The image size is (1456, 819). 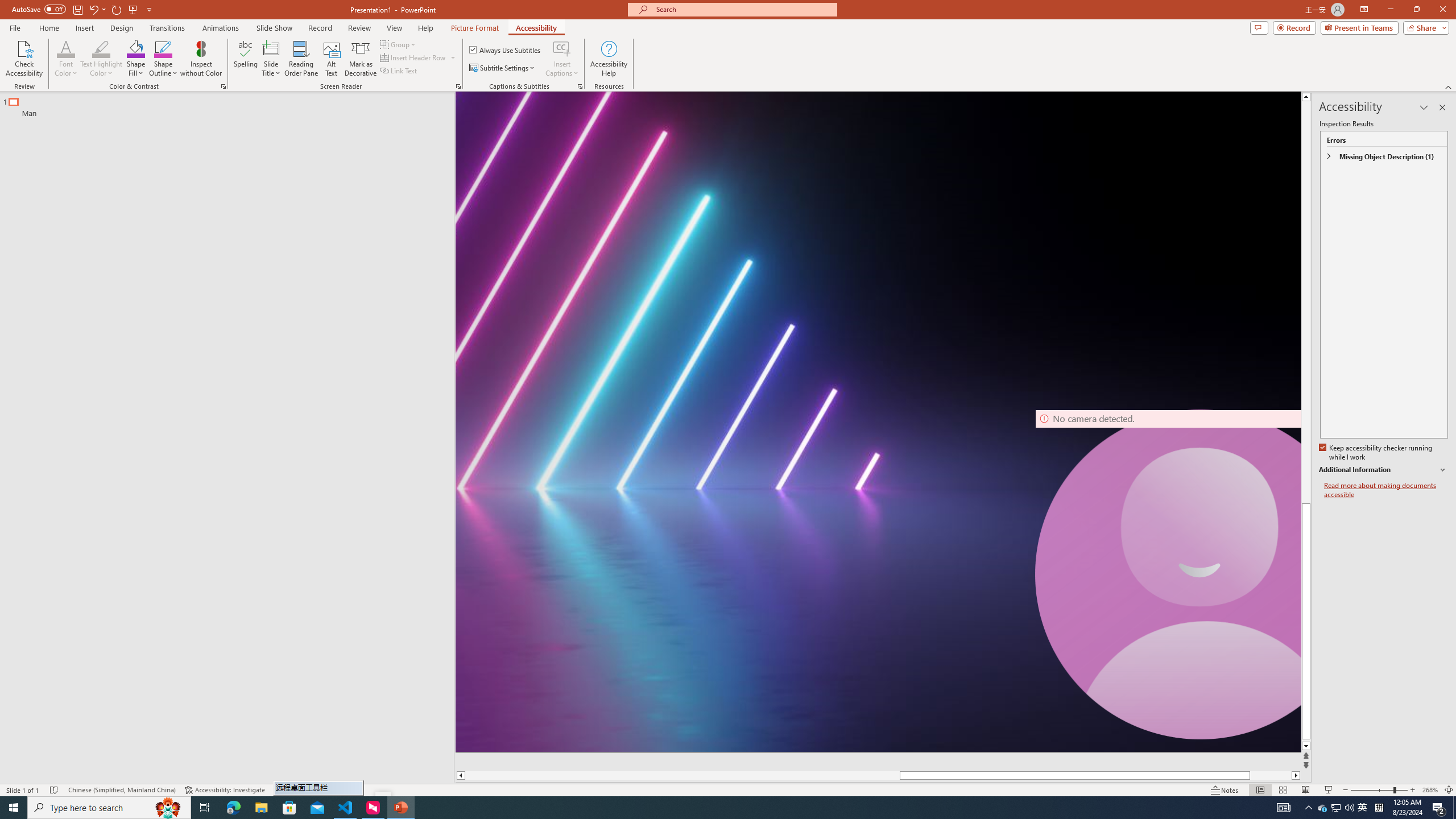 What do you see at coordinates (399, 69) in the screenshot?
I see `'Link Text'` at bounding box center [399, 69].